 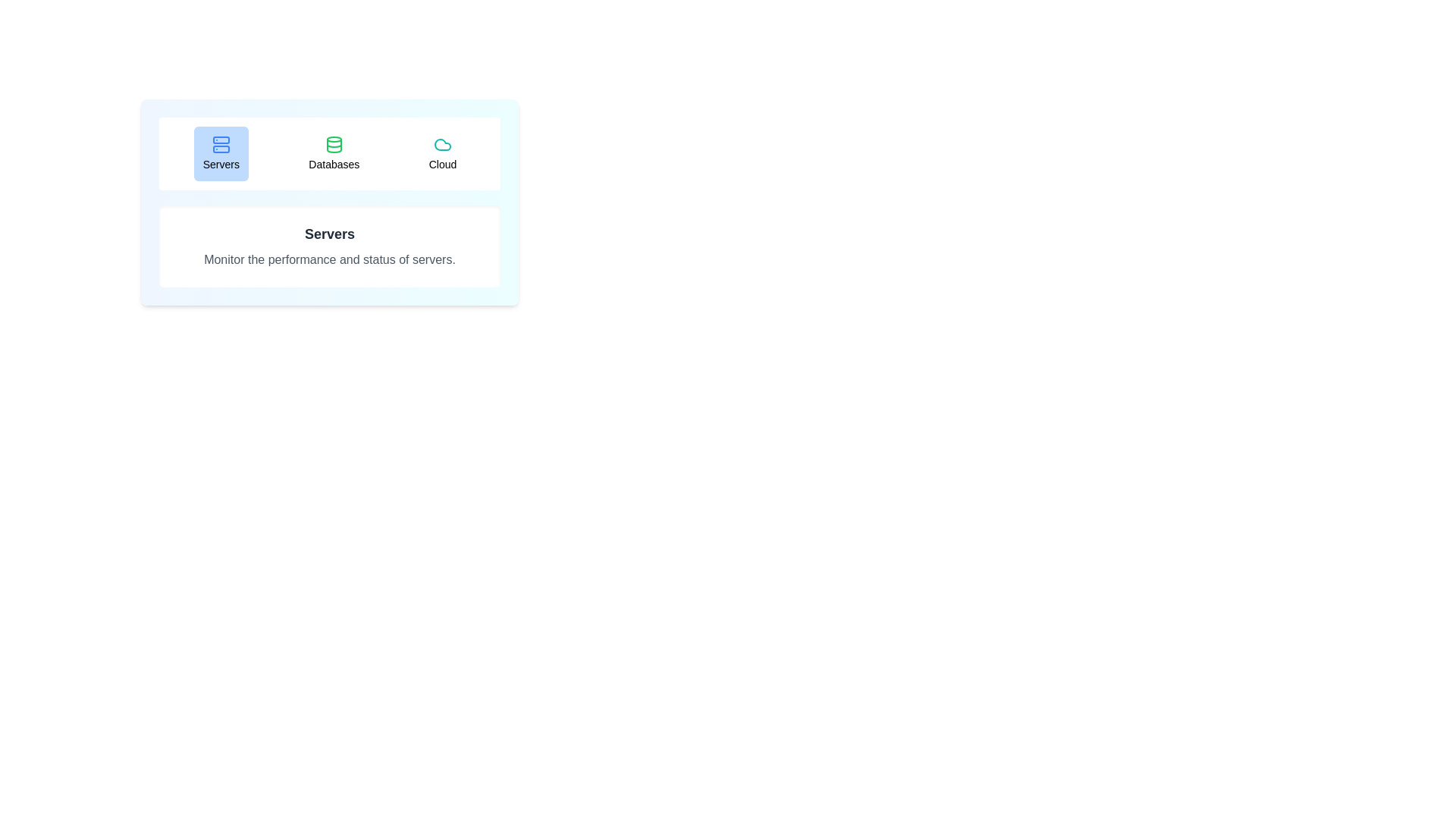 What do you see at coordinates (442, 154) in the screenshot?
I see `the tab button labeled Cloud to see its hover effect` at bounding box center [442, 154].